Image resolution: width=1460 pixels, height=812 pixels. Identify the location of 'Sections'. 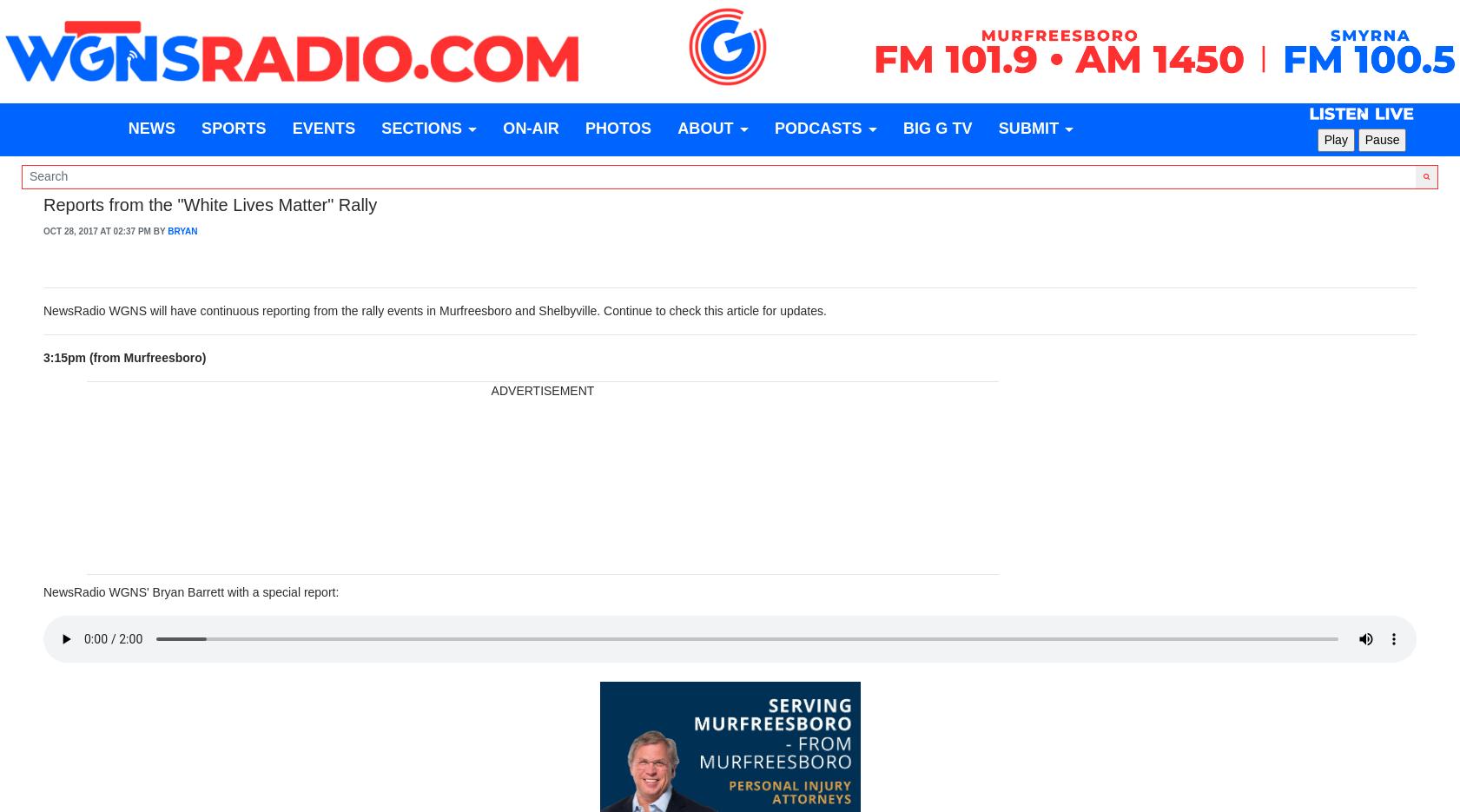
(380, 129).